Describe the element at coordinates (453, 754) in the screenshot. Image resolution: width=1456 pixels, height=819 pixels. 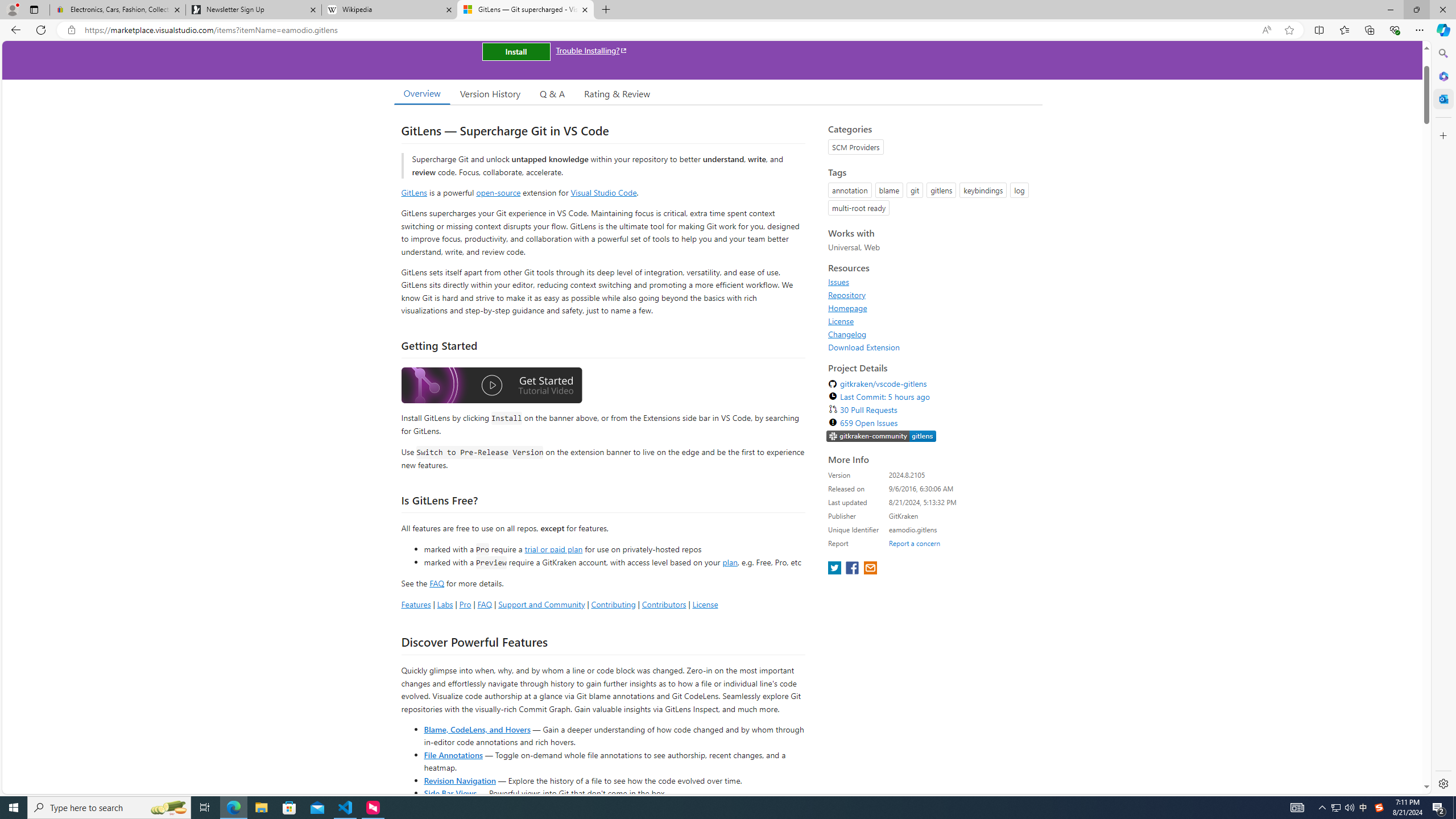
I see `'File Annotations'` at that location.